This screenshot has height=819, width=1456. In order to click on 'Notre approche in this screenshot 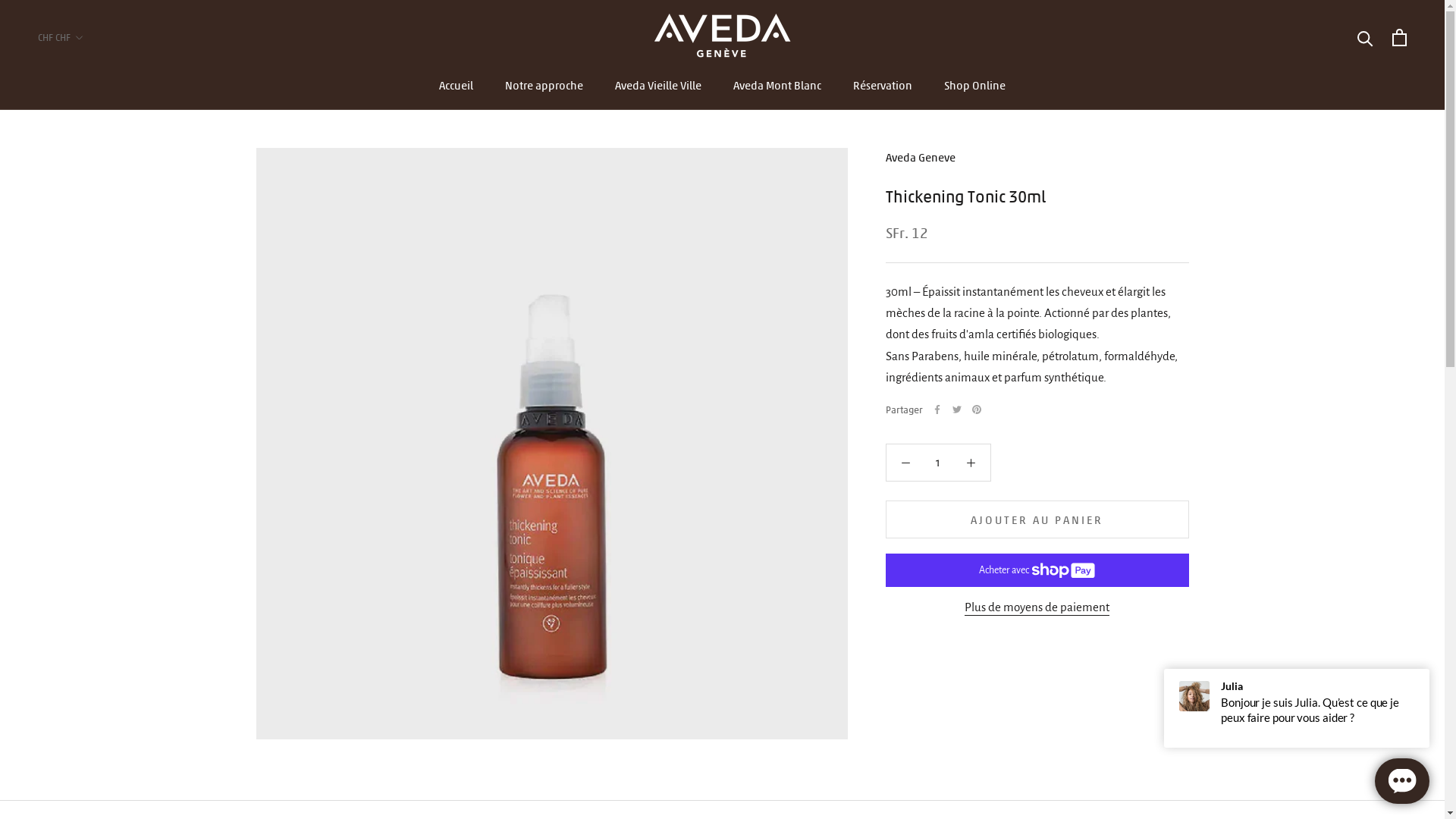, I will do `click(544, 84)`.